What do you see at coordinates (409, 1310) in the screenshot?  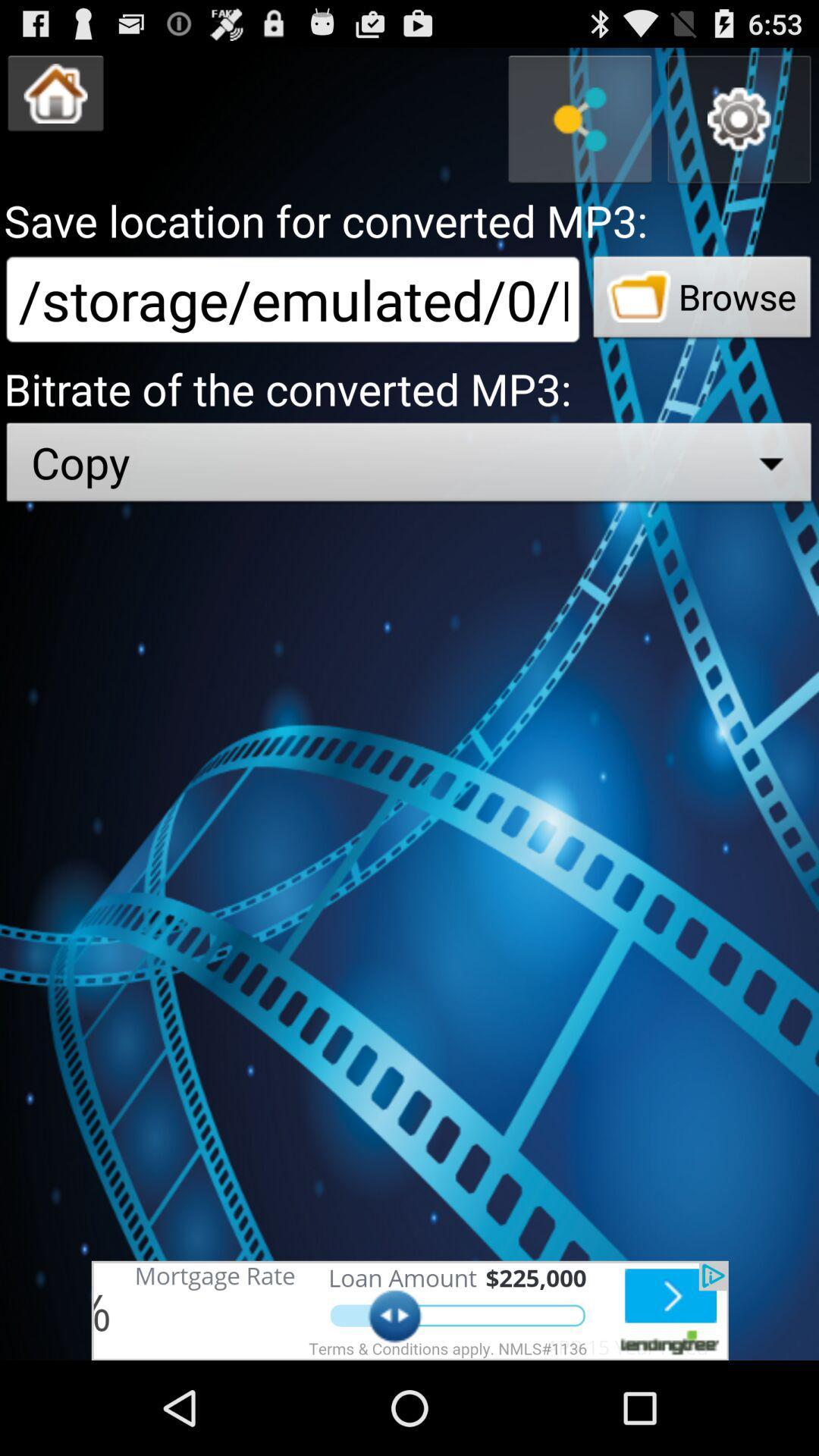 I see `an advertisement` at bounding box center [409, 1310].